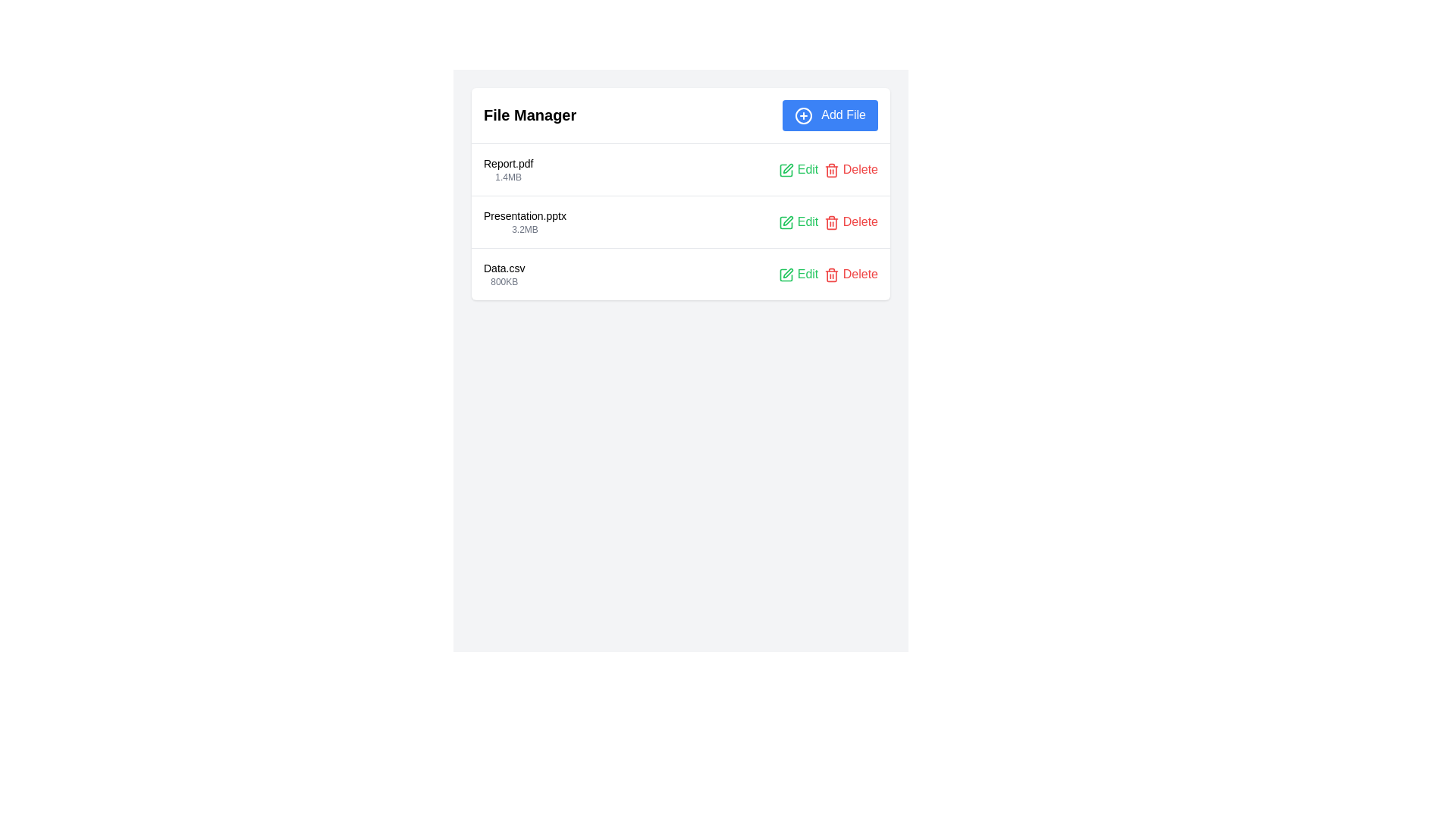 The image size is (1456, 819). I want to click on on the text label representing a file entry located in the second row of the file list in the file manager interface, which displays the file name and size, so click(525, 221).